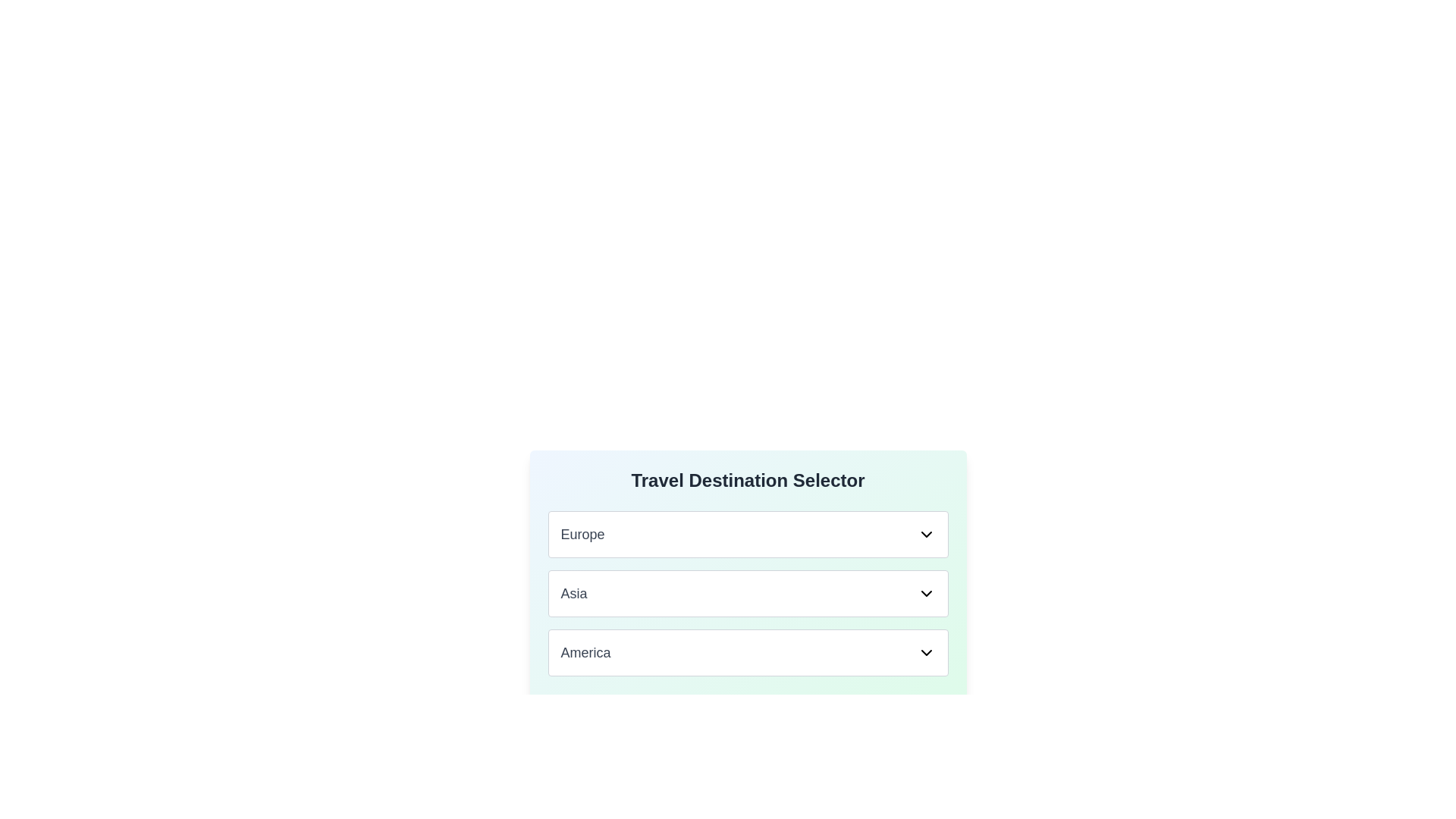  What do you see at coordinates (748, 534) in the screenshot?
I see `the top-most dropdown selector labeled 'Europe'` at bounding box center [748, 534].